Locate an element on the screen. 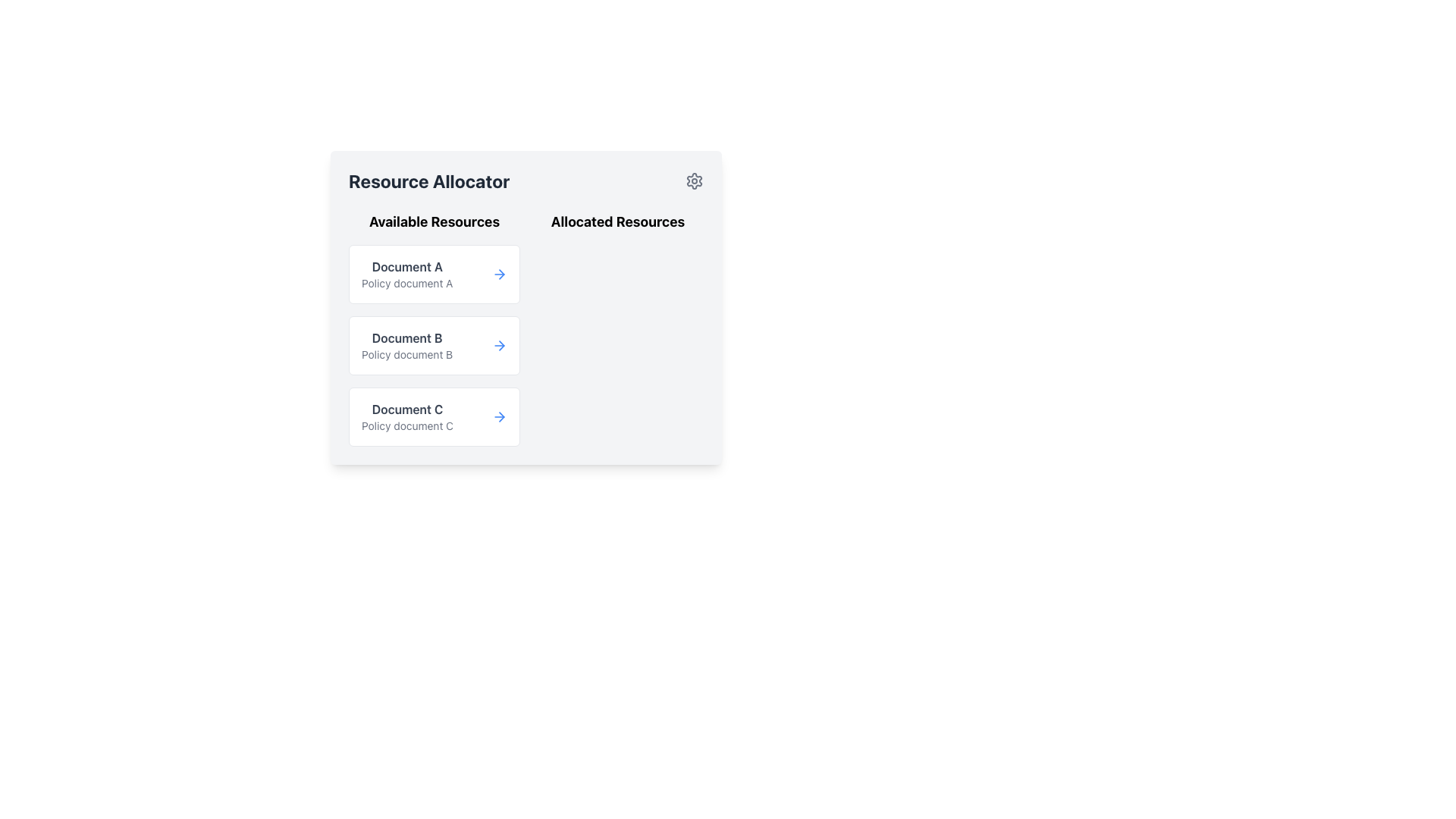 The width and height of the screenshot is (1456, 819). the static text label titled 'Allocated Resources' located in the top-right corner of the 'Resource Allocator' panel is located at coordinates (618, 222).